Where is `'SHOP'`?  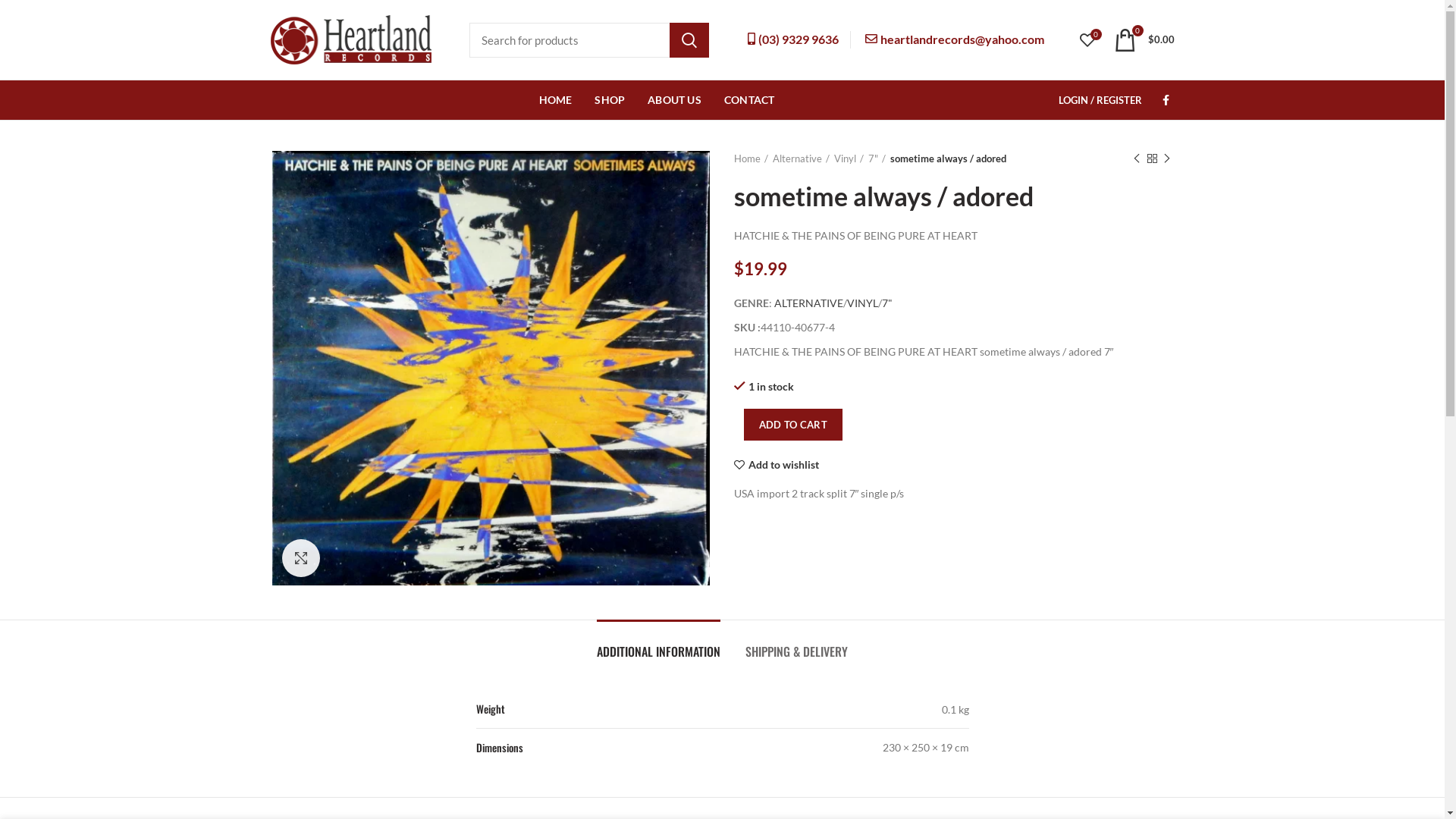
'SHOP' is located at coordinates (609, 99).